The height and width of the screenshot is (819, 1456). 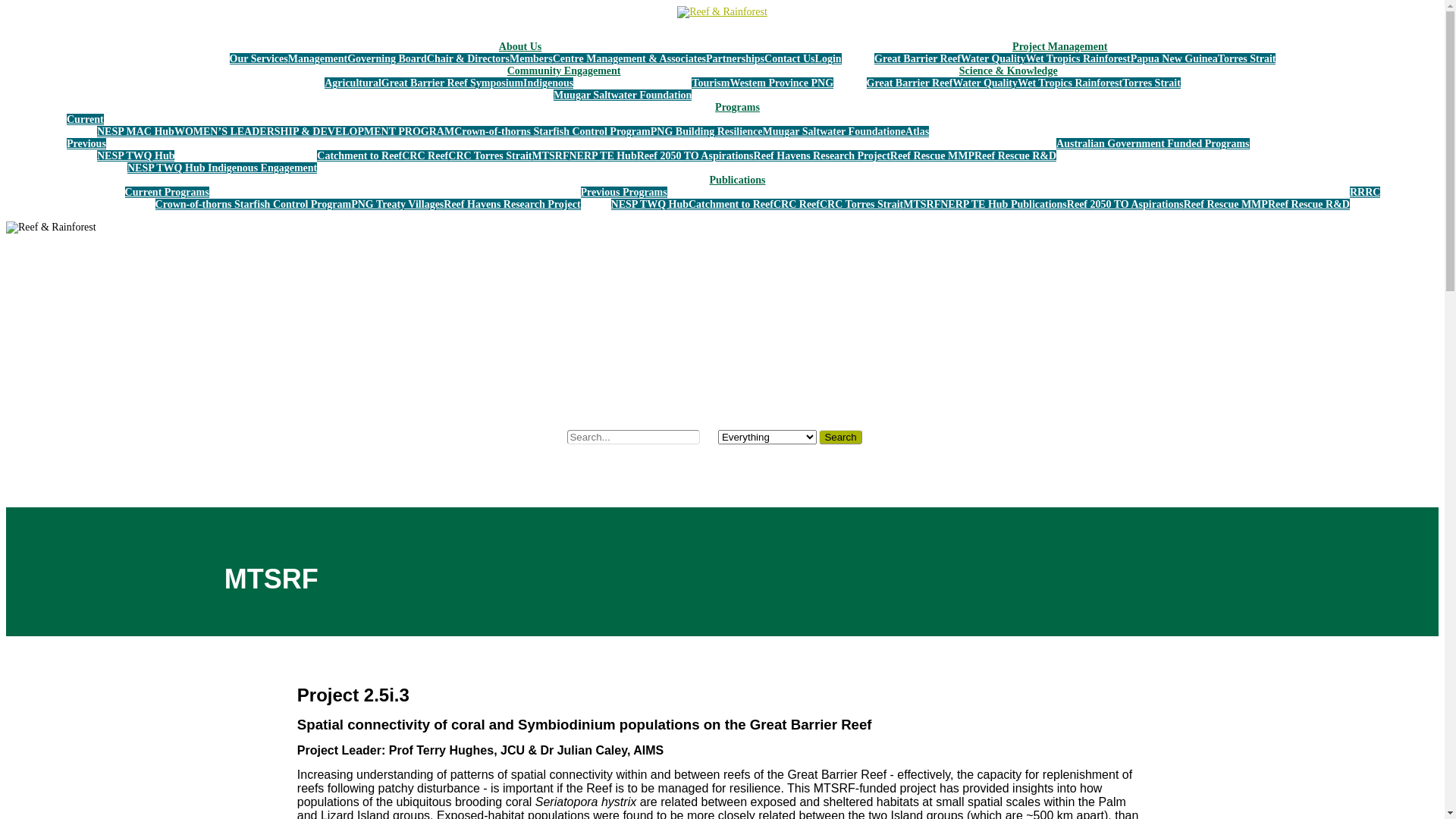 I want to click on 'Previous', so click(x=86, y=143).